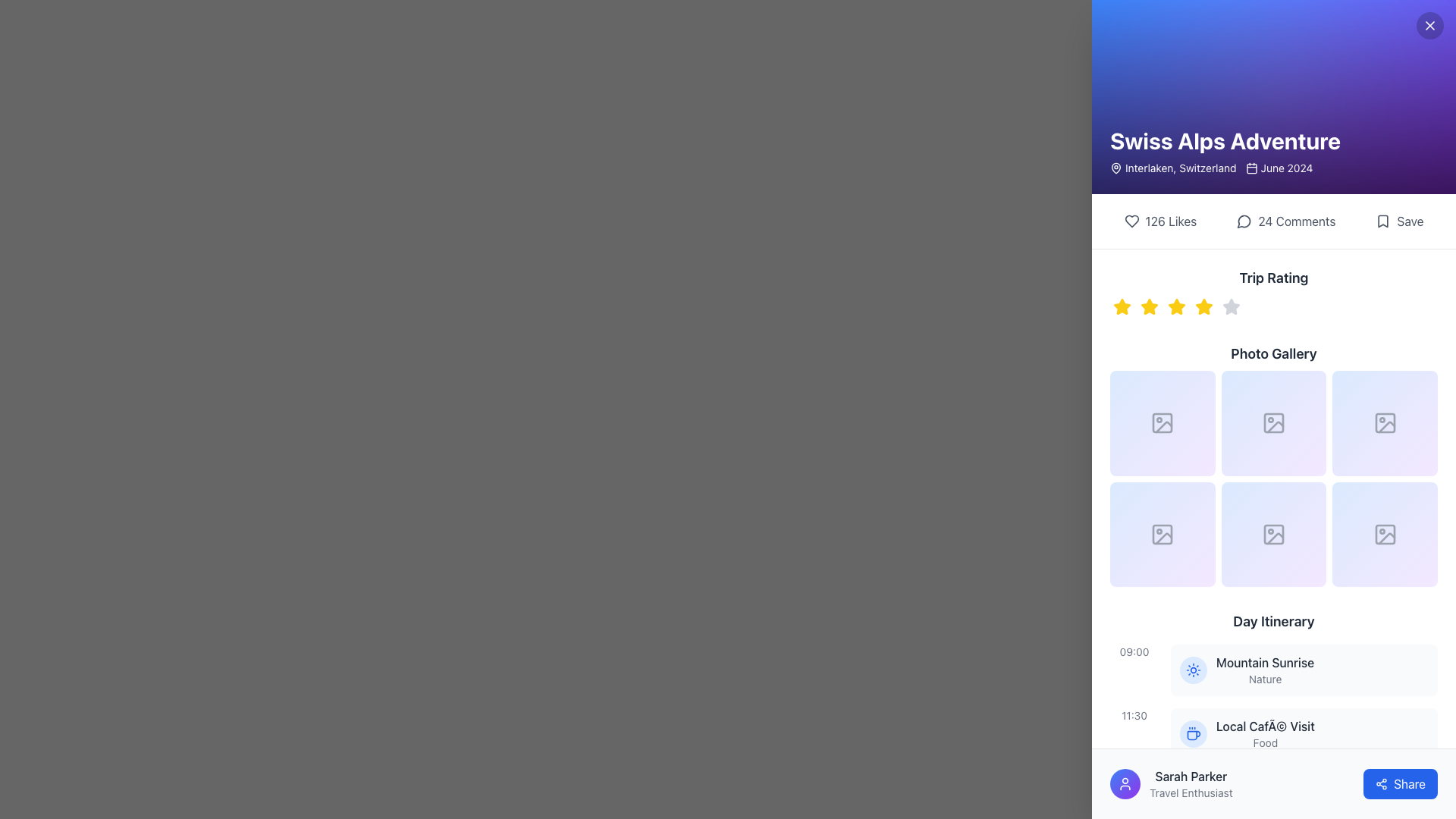 This screenshot has height=819, width=1456. I want to click on the descriptive label for the itinerary entry scheduled at 09:00, so click(1265, 670).